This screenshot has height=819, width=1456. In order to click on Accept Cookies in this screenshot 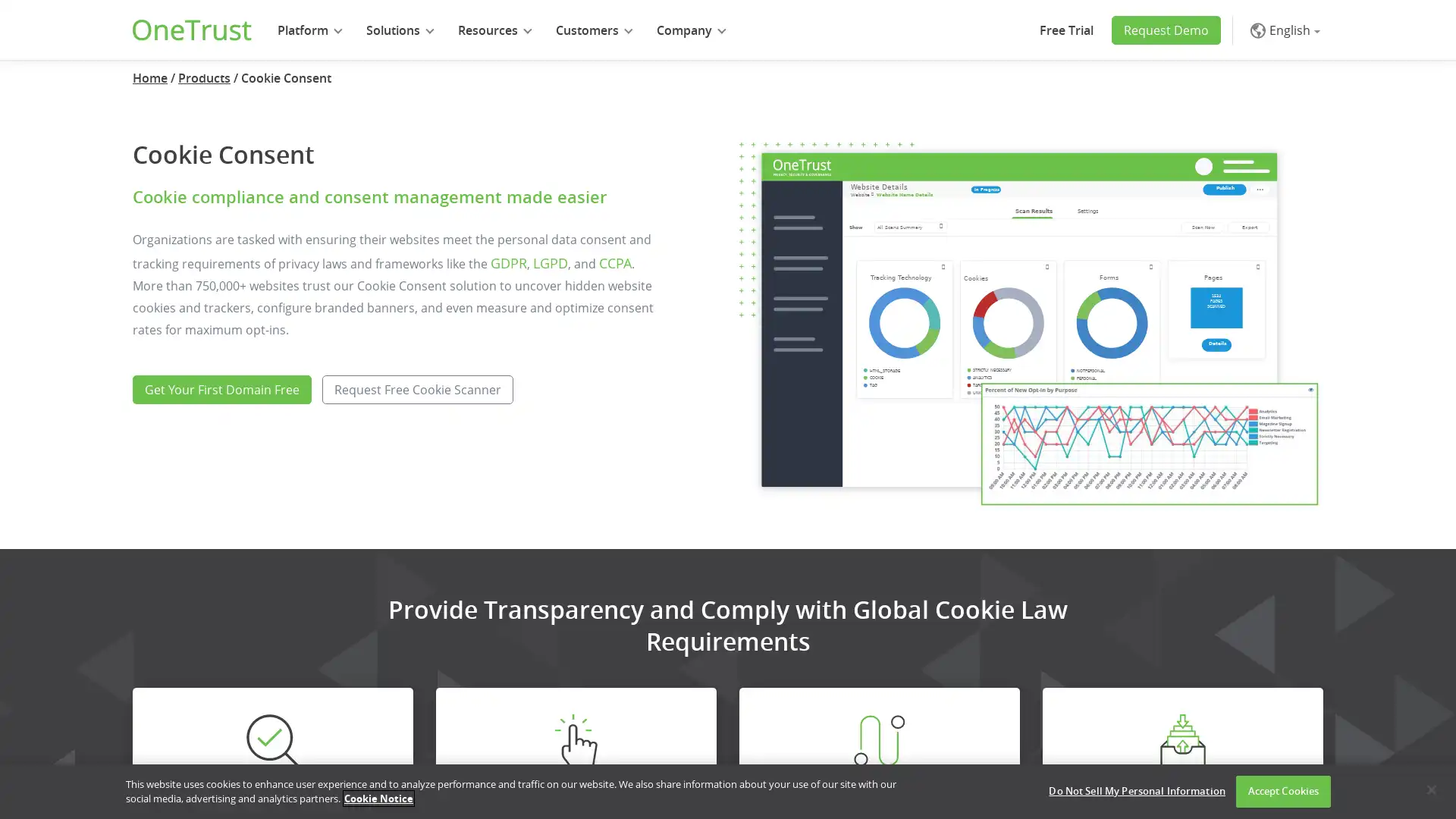, I will do `click(1282, 791)`.